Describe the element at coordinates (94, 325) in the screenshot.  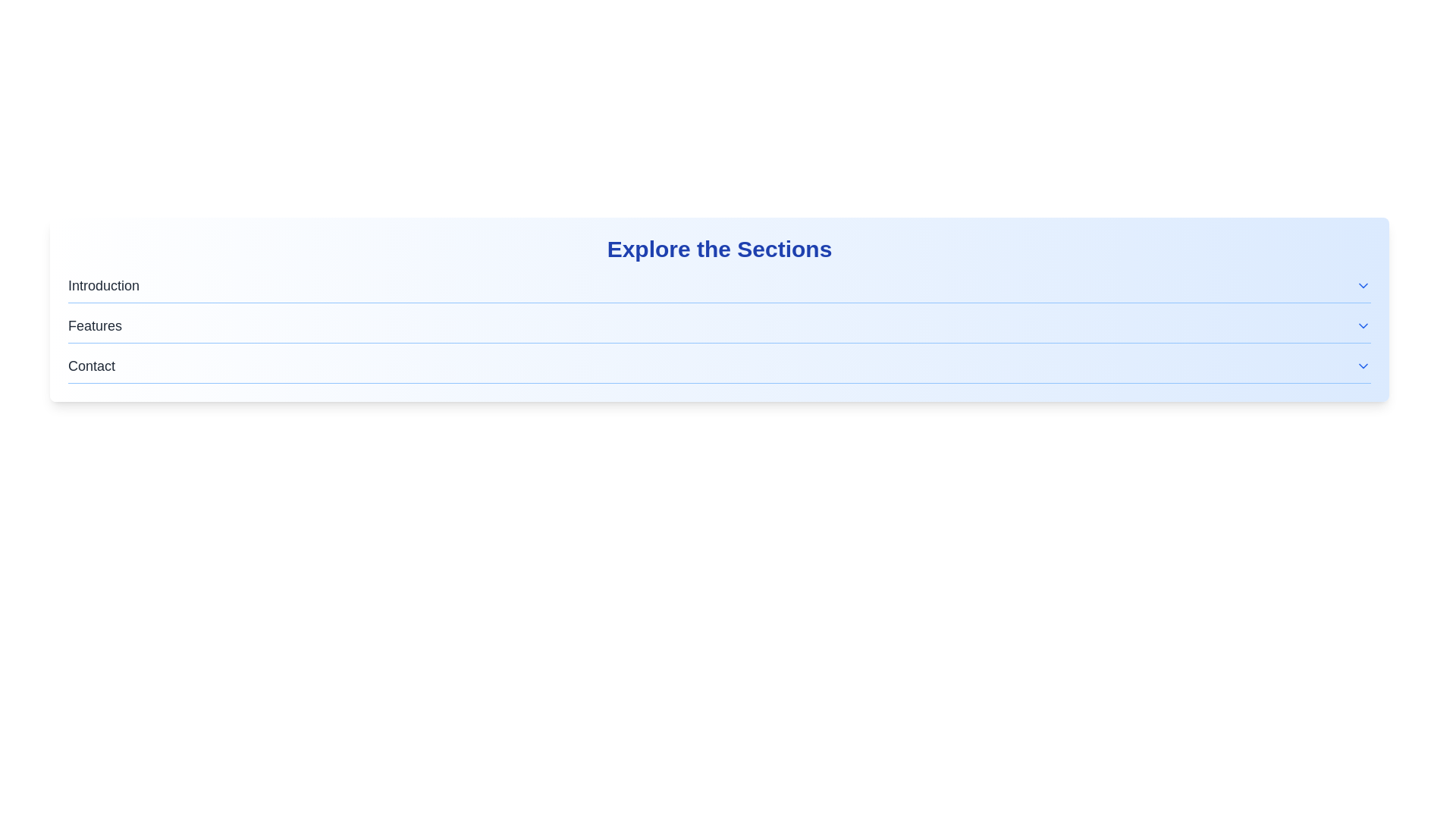
I see `the text label displaying 'Features', which is located under the header 'Explore the Sections' and is styled in dark gray. This label is the second item in a vertical list, positioned between 'Introduction' and 'Contact'` at that location.